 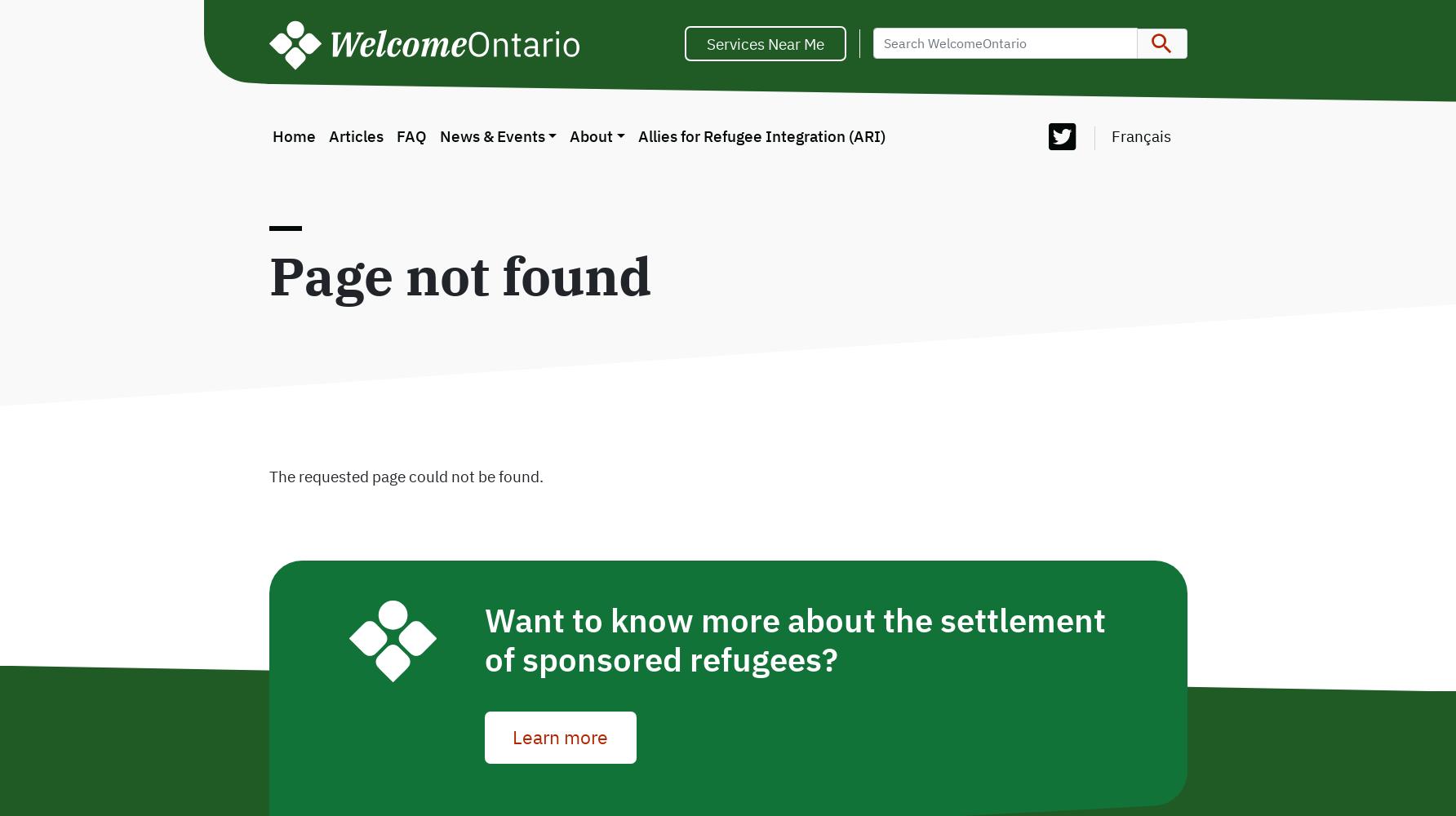 What do you see at coordinates (764, 42) in the screenshot?
I see `'Services Near Me'` at bounding box center [764, 42].